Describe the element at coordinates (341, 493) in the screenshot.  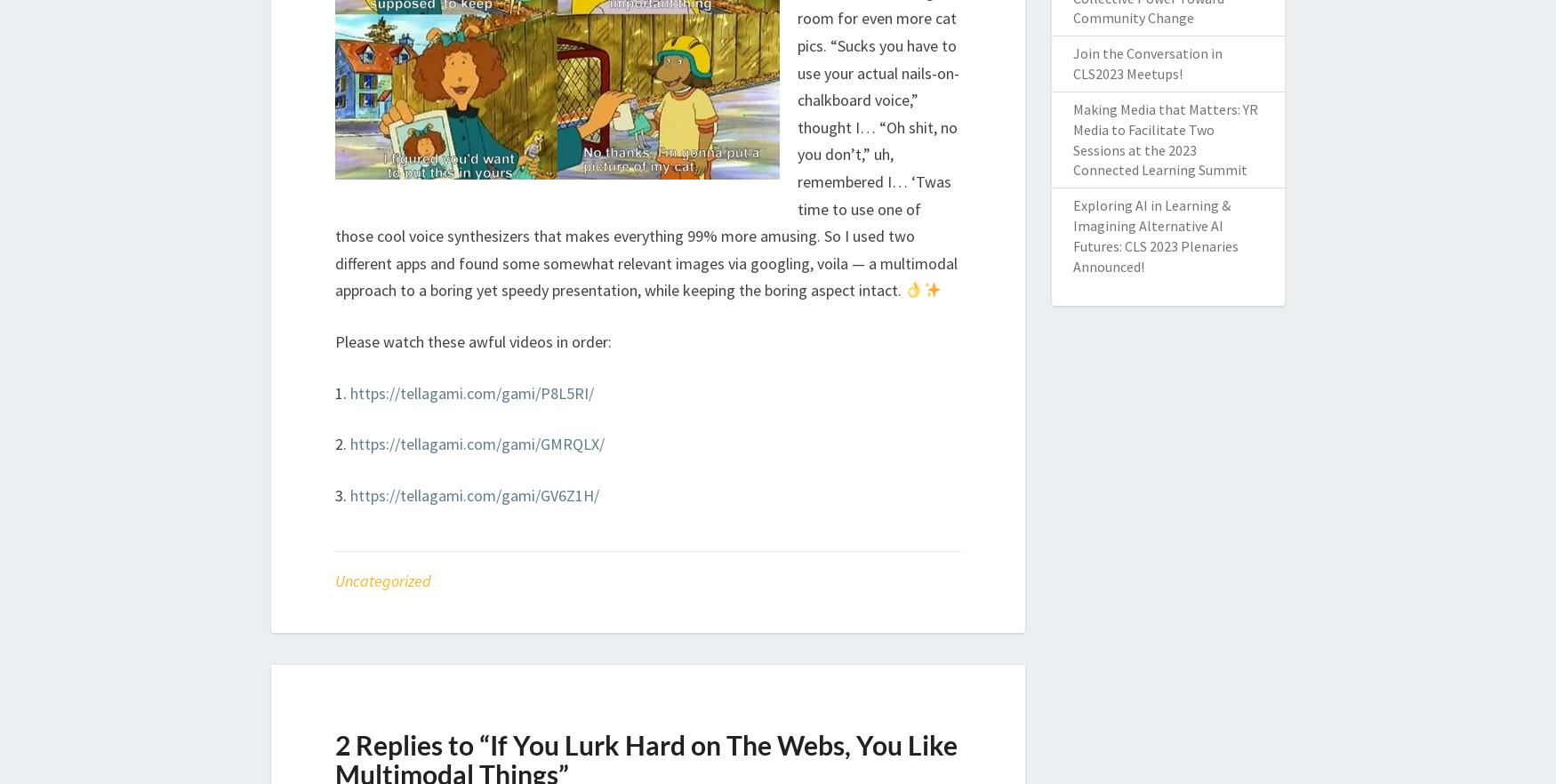
I see `'3.'` at that location.